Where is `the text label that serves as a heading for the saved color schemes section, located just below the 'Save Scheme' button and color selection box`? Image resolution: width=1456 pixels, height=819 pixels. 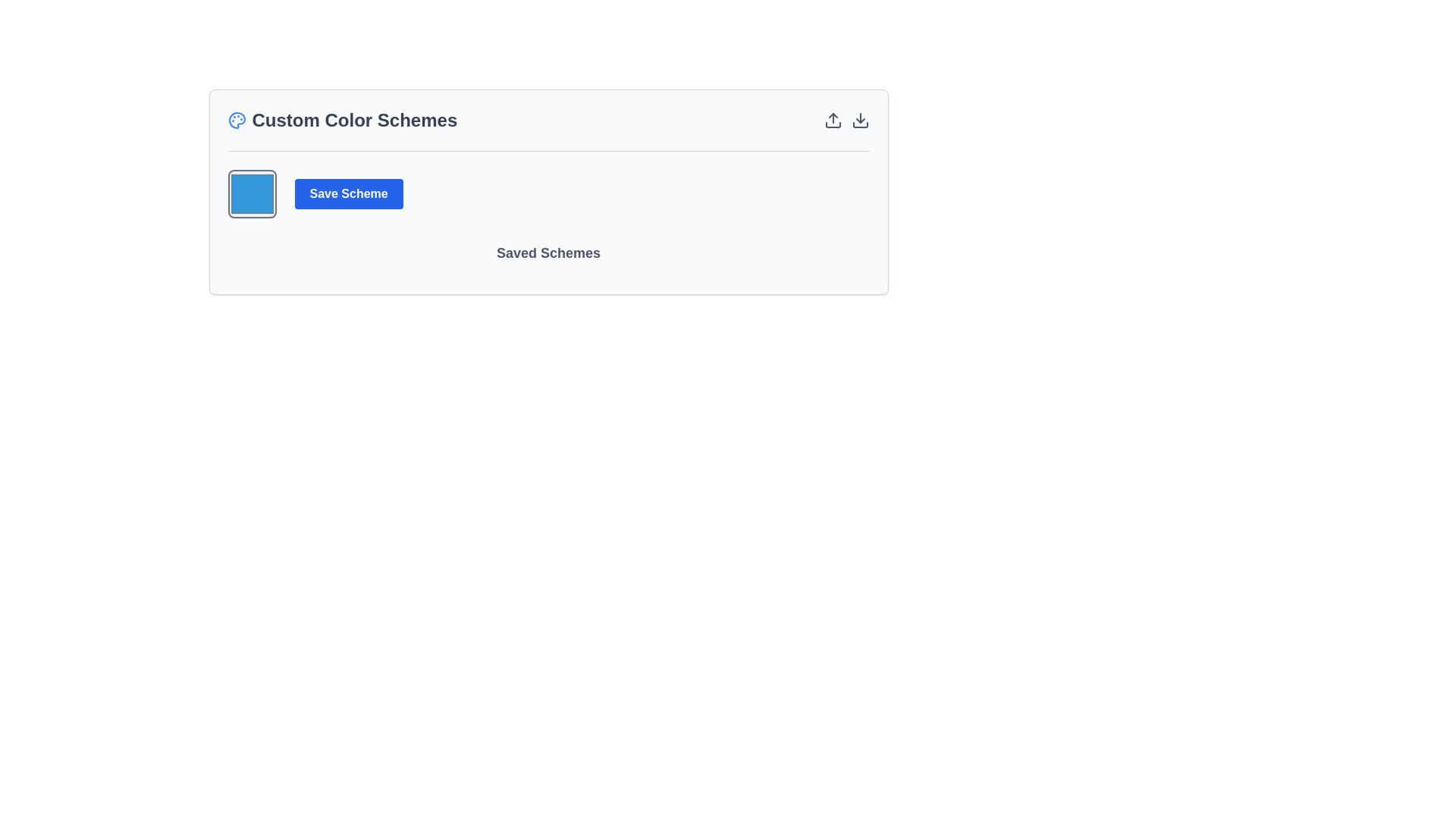 the text label that serves as a heading for the saved color schemes section, located just below the 'Save Scheme' button and color selection box is located at coordinates (548, 259).